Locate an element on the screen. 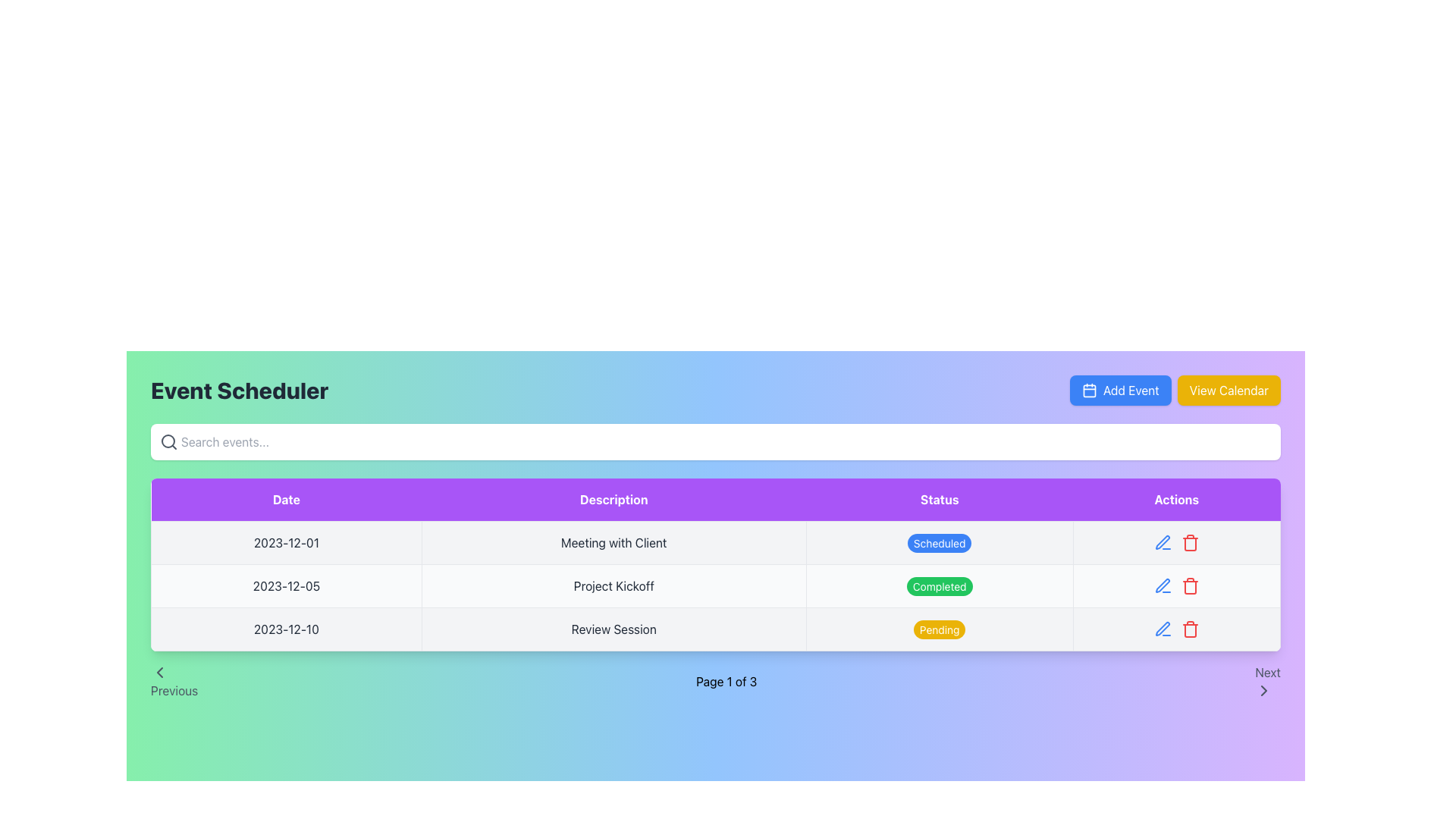 The image size is (1456, 819). the 'Previous' button located at the bottom-left corner of the pagination controls is located at coordinates (174, 680).